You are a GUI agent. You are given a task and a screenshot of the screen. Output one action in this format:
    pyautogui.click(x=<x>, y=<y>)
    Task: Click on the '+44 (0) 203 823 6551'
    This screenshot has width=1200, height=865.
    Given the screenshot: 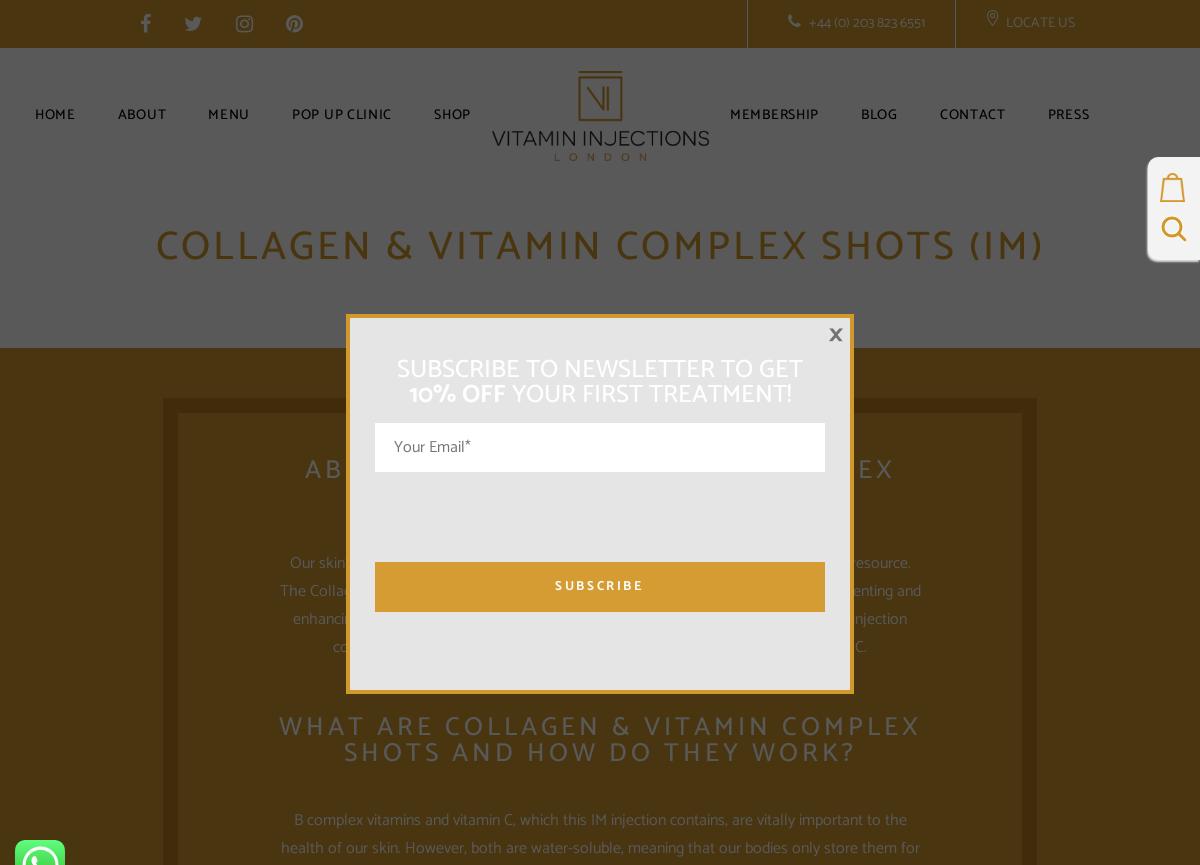 What is the action you would take?
    pyautogui.click(x=864, y=23)
    